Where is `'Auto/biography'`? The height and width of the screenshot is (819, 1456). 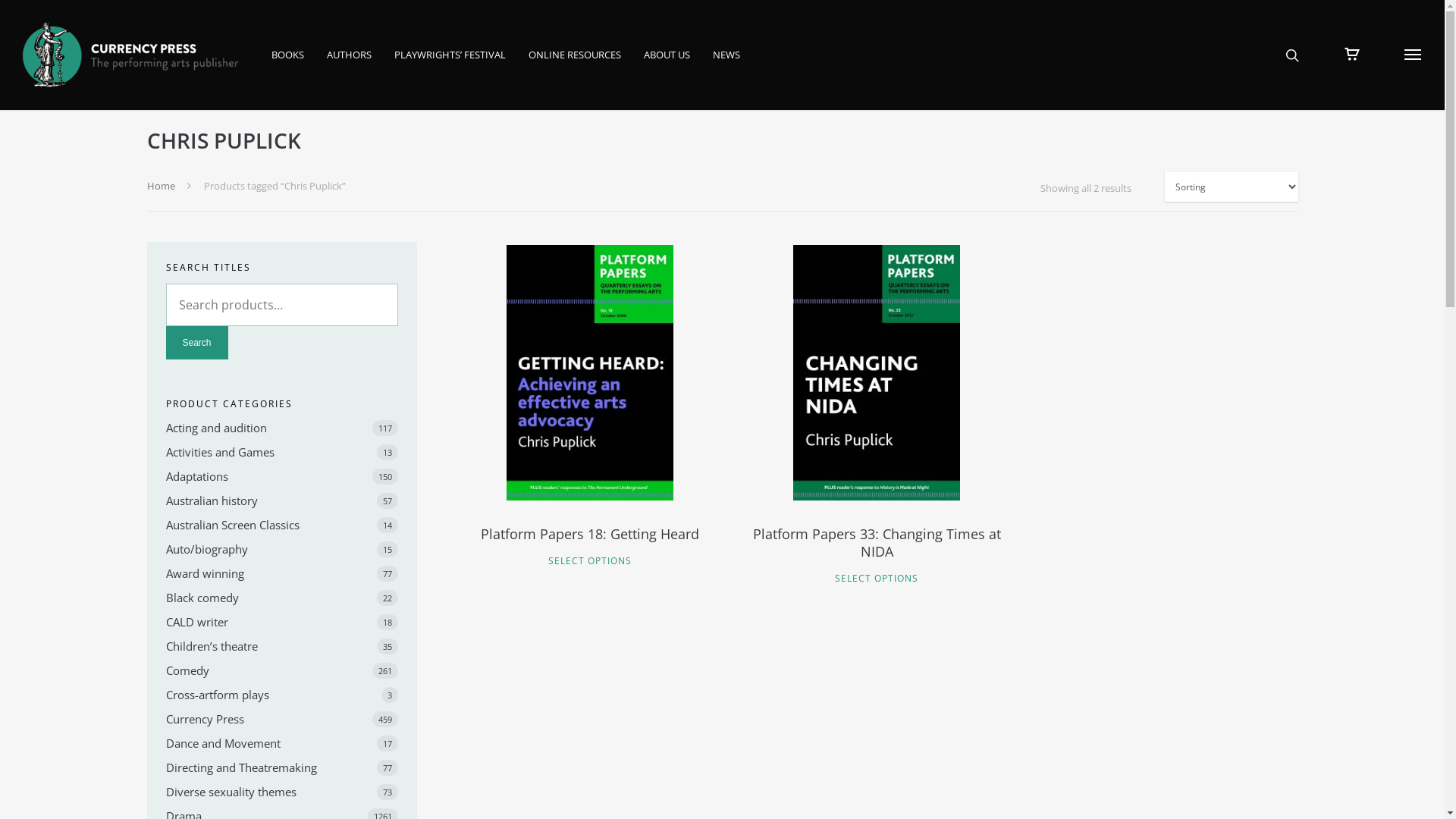
'Auto/biography' is located at coordinates (281, 549).